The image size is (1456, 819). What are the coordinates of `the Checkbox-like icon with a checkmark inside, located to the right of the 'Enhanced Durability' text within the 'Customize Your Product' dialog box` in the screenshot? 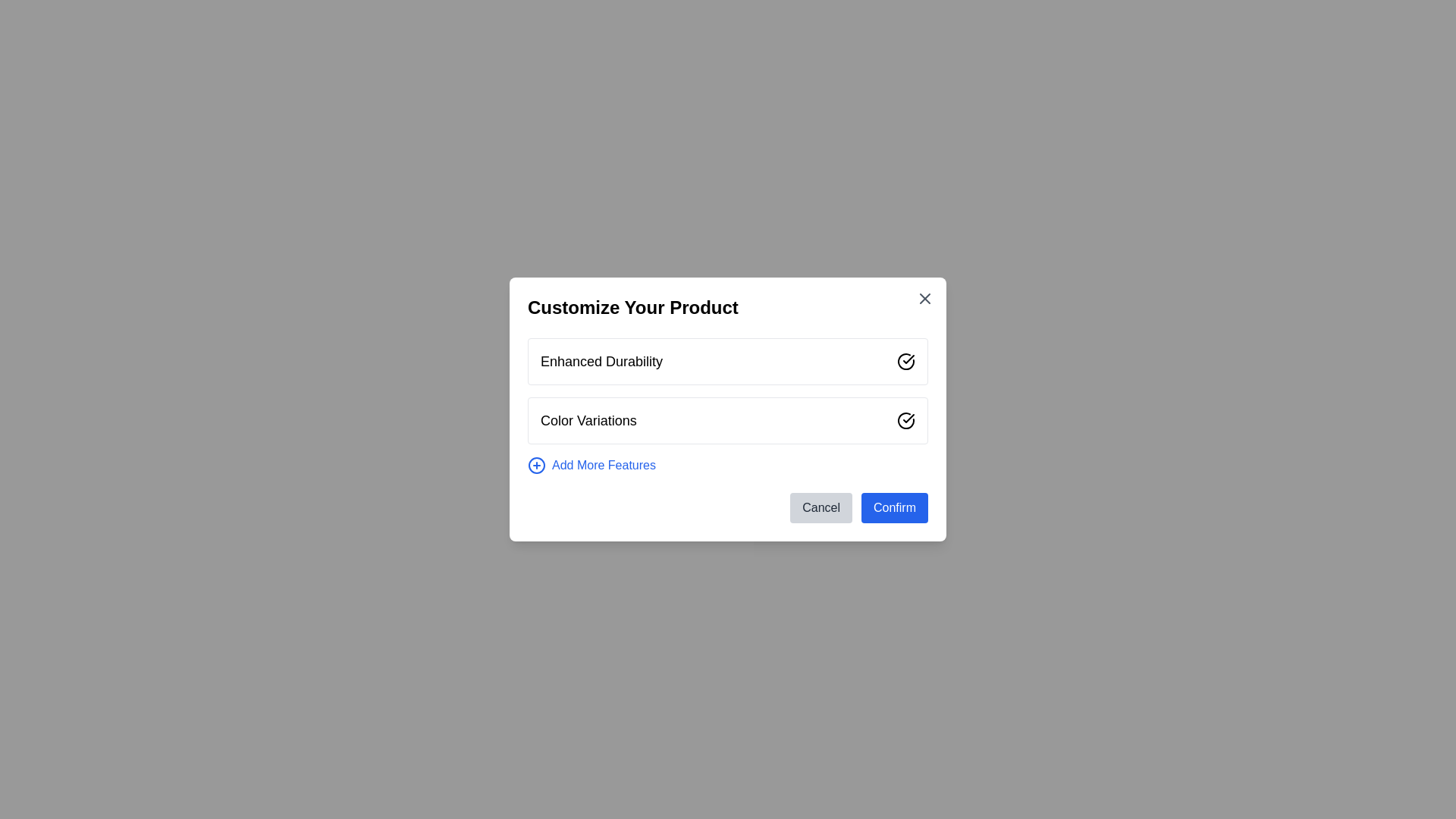 It's located at (906, 362).